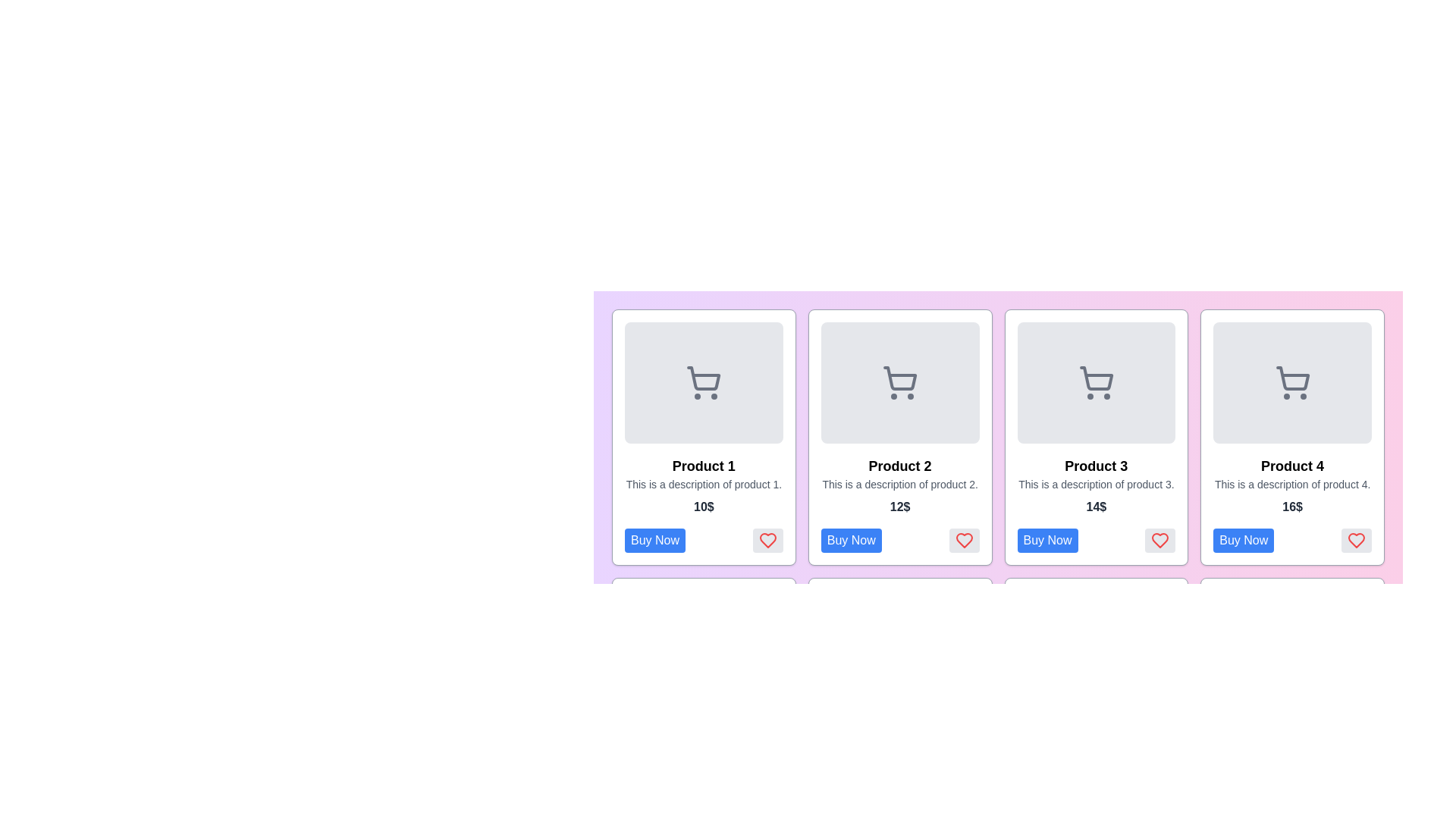 This screenshot has width=1456, height=819. I want to click on the Text Label displaying '12$' in bold, dark gray font, located in the bottom center area of the card layout for 'Product 2', so click(900, 507).